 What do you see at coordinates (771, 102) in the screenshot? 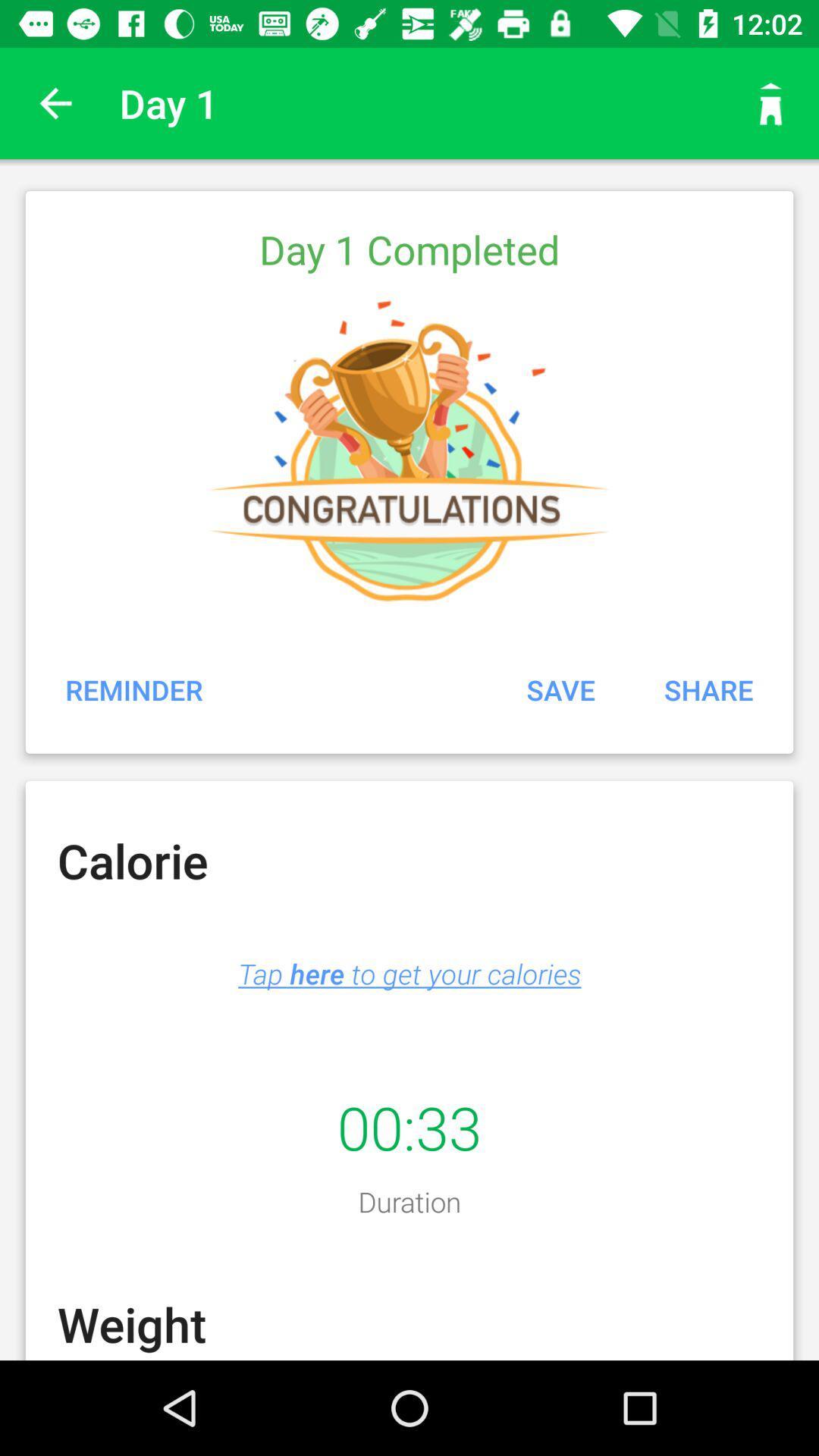
I see `the item to the right of day 1 icon` at bounding box center [771, 102].